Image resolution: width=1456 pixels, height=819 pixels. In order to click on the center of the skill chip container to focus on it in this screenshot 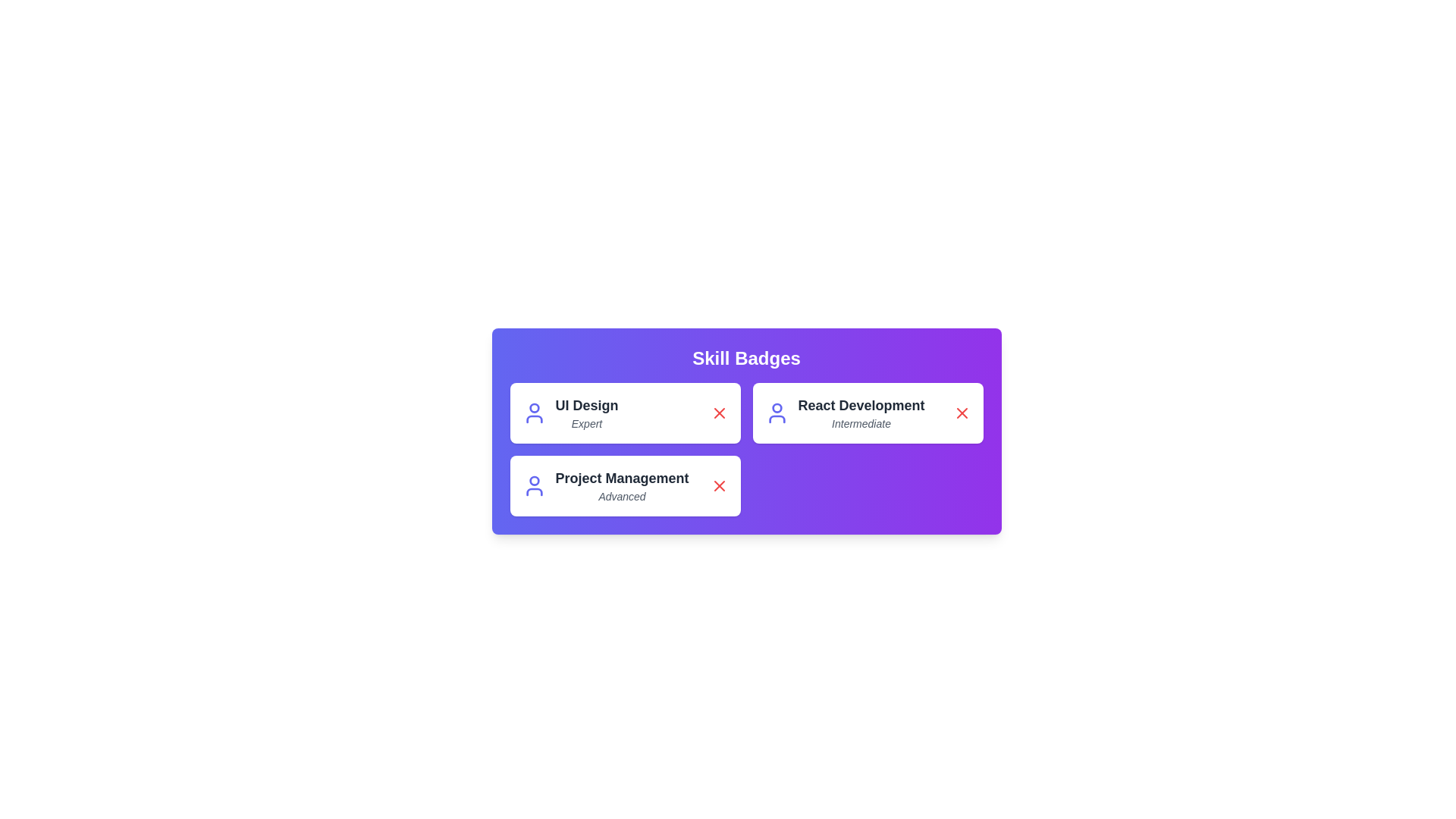, I will do `click(746, 431)`.